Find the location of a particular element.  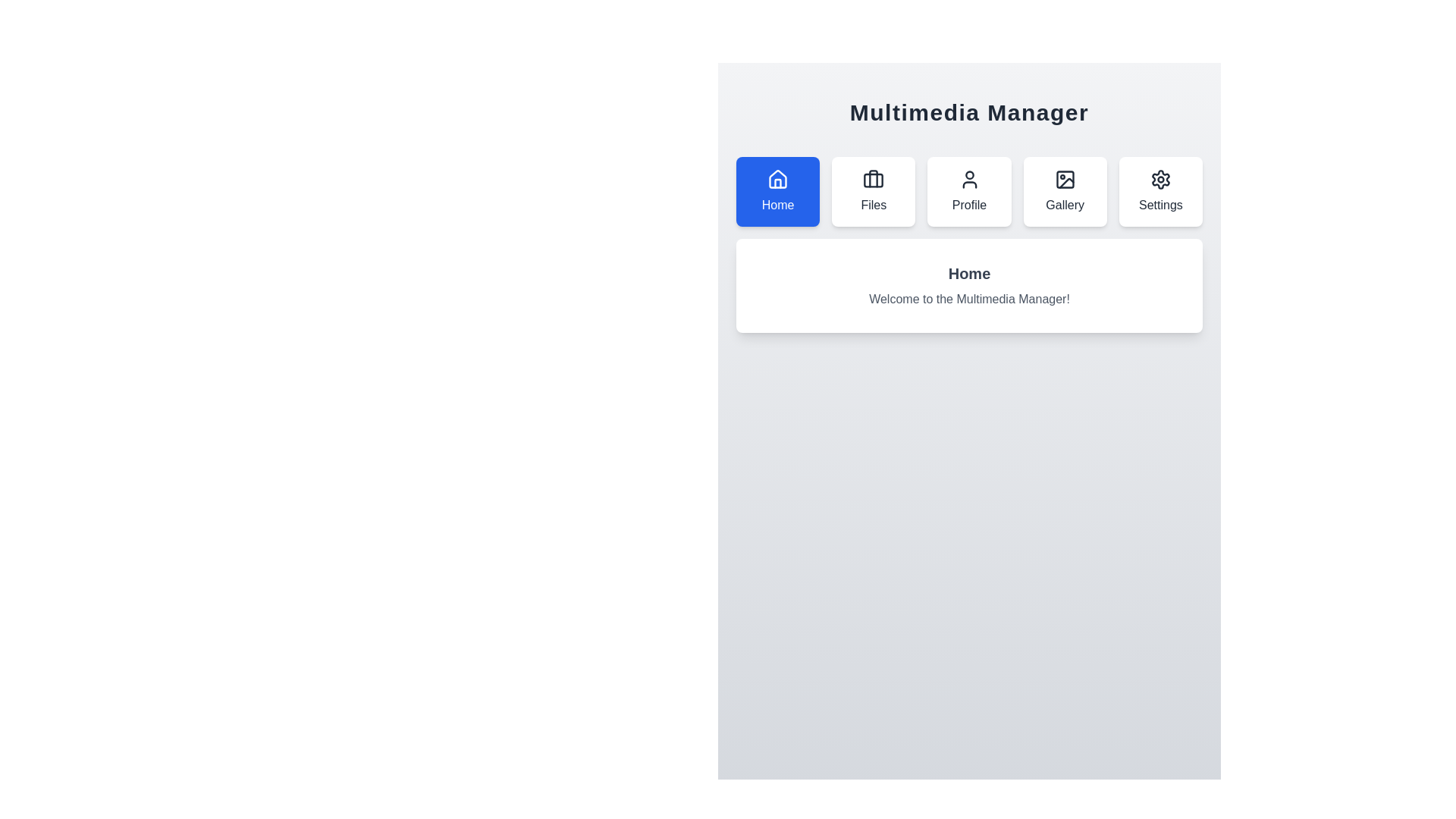

the gear icon within the 'Settings' button, which is the last button in a horizontal list of options at the top center of the interface is located at coordinates (1159, 178).